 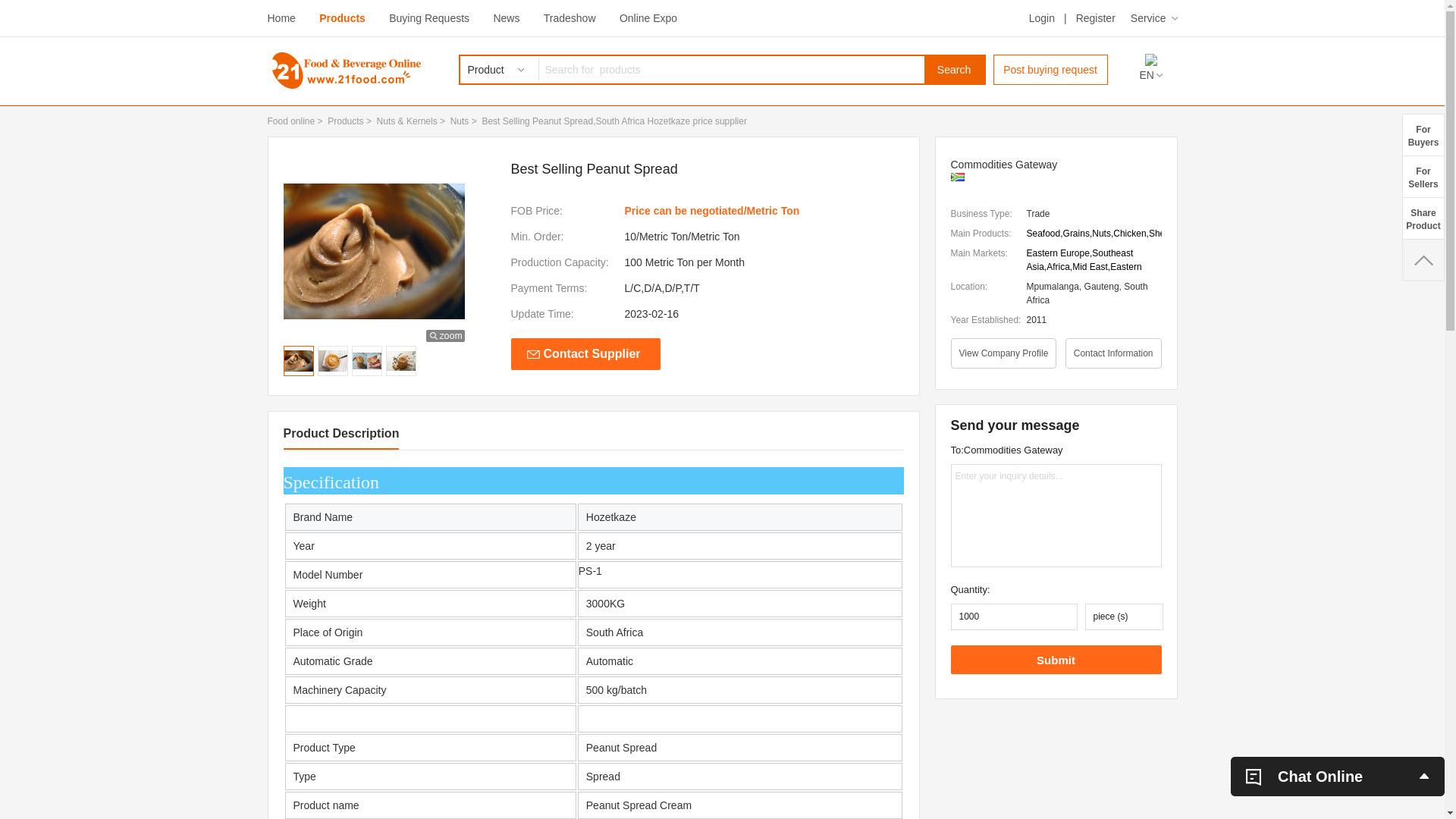 I want to click on 'Home', so click(x=281, y=17).